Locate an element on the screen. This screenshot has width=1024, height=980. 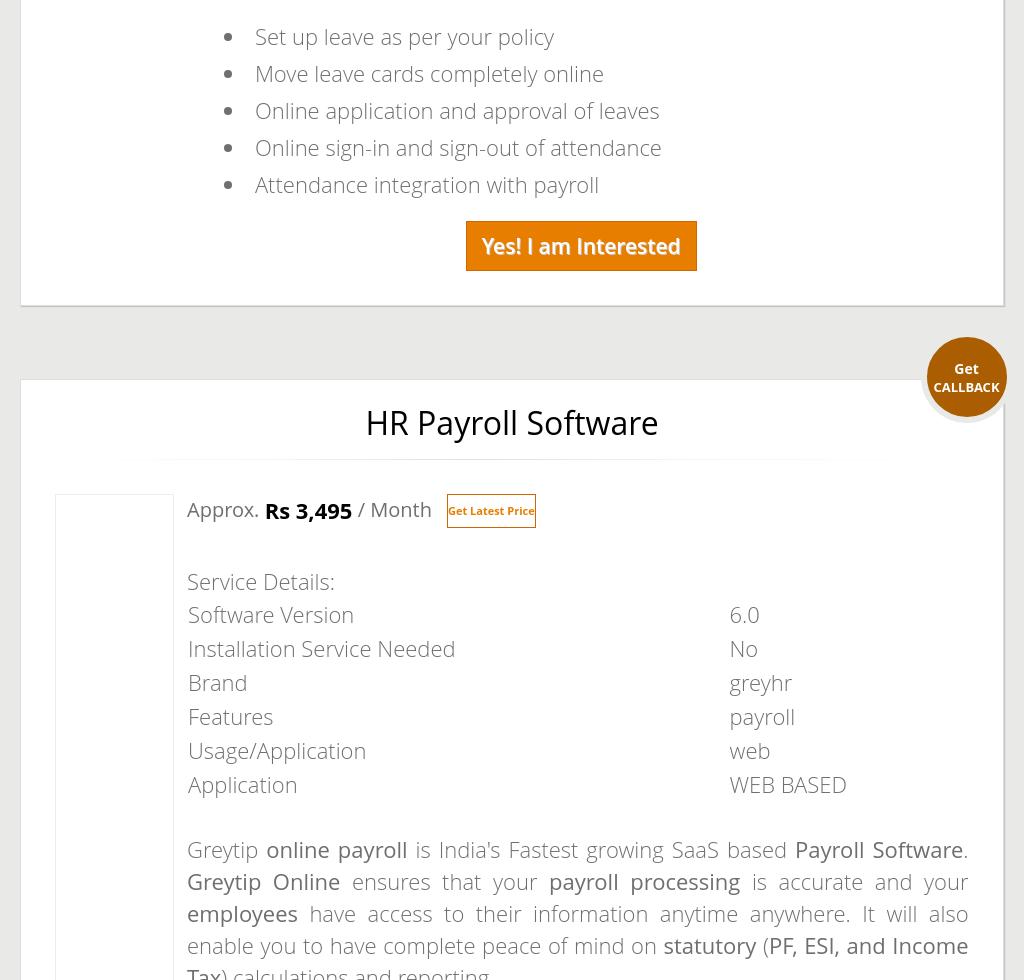
'is India's Fastest growing SaaS based' is located at coordinates (406, 848).